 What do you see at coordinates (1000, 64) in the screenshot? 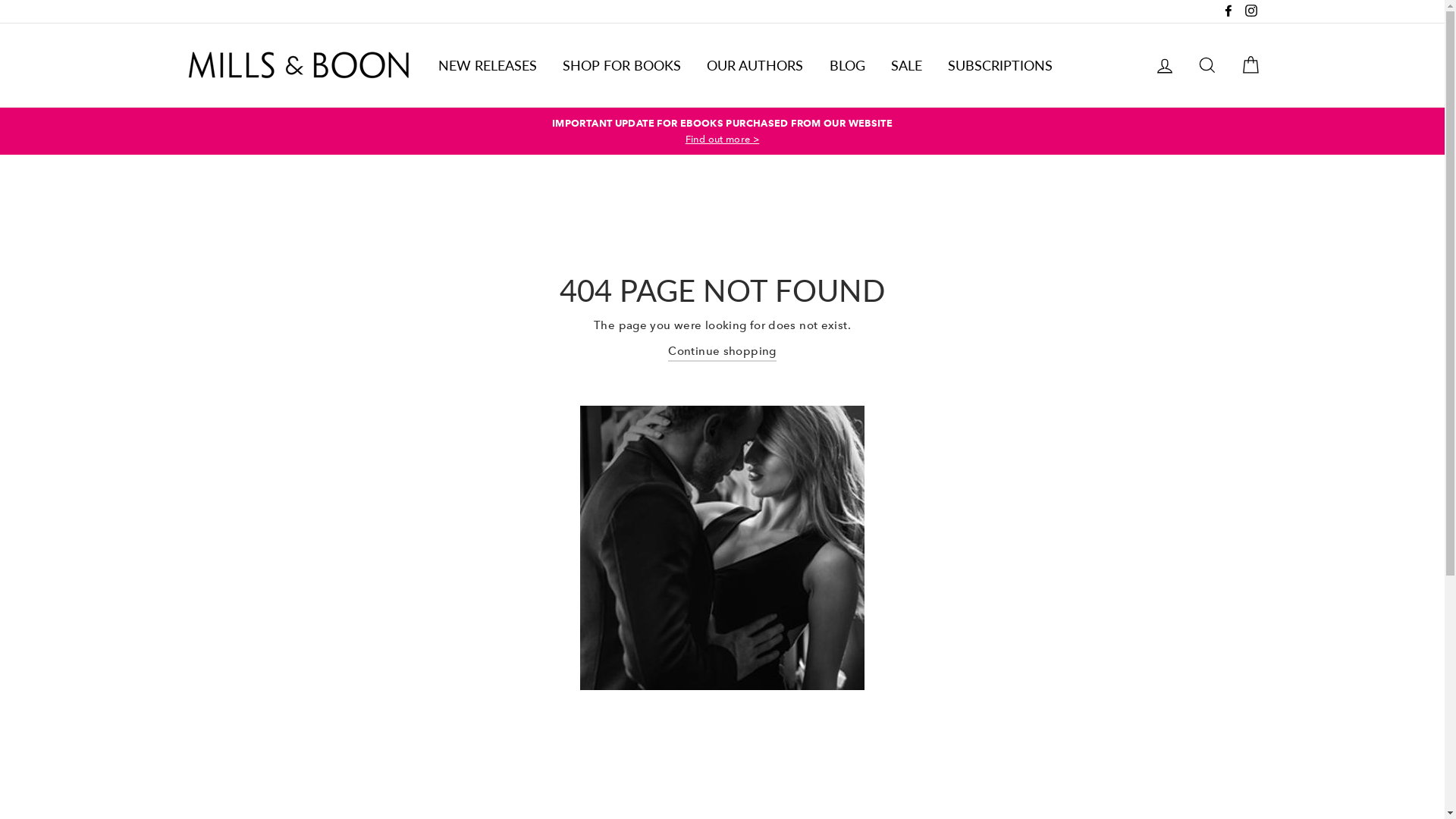
I see `'SUBSCRIPTIONS'` at bounding box center [1000, 64].